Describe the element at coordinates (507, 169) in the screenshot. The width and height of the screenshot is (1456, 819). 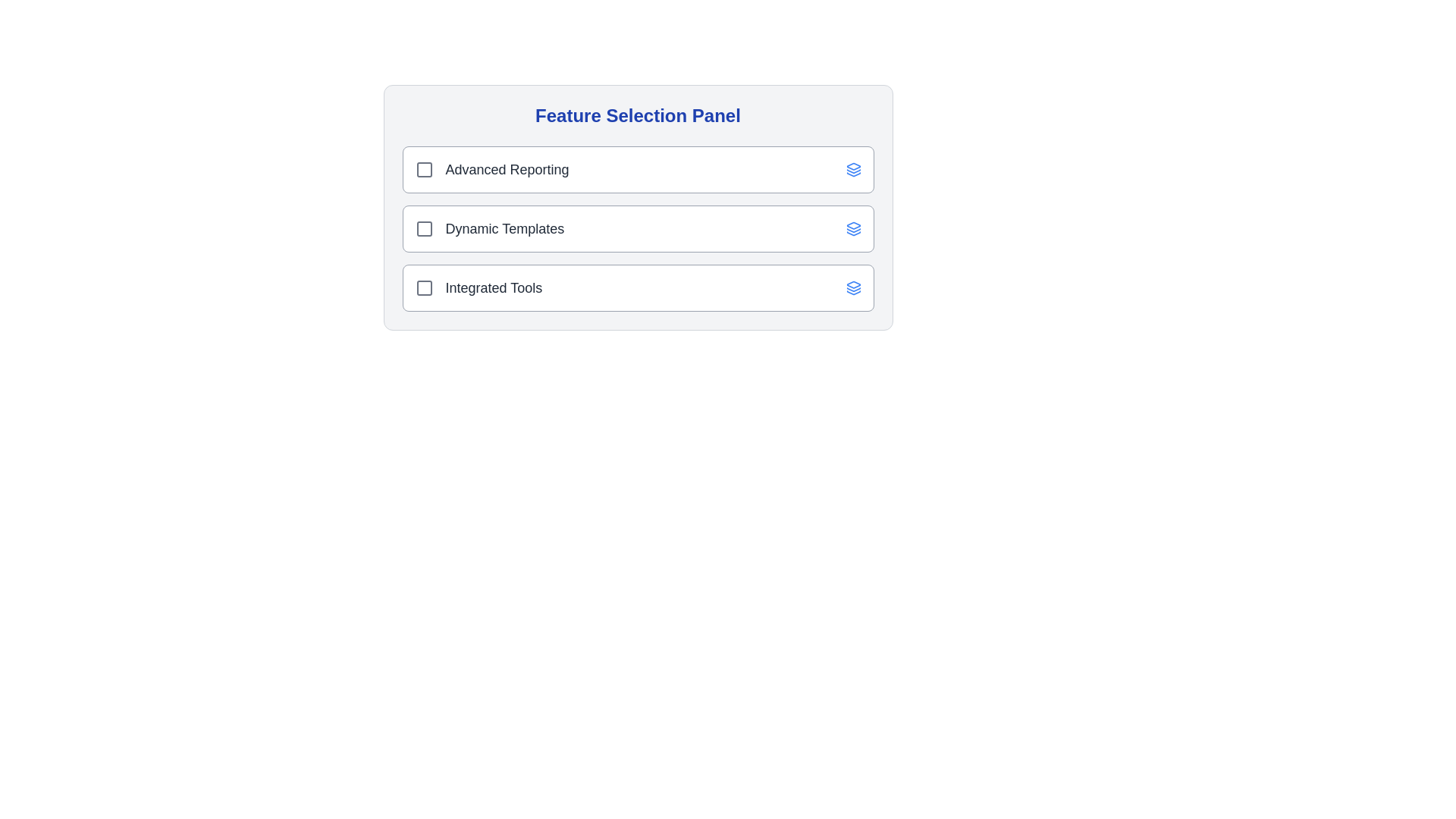
I see `the 'Advanced Reporting' text label, which describes the feature in the Feature Selection Panel, positioned right-aligned next to its corresponding checkbox` at that location.